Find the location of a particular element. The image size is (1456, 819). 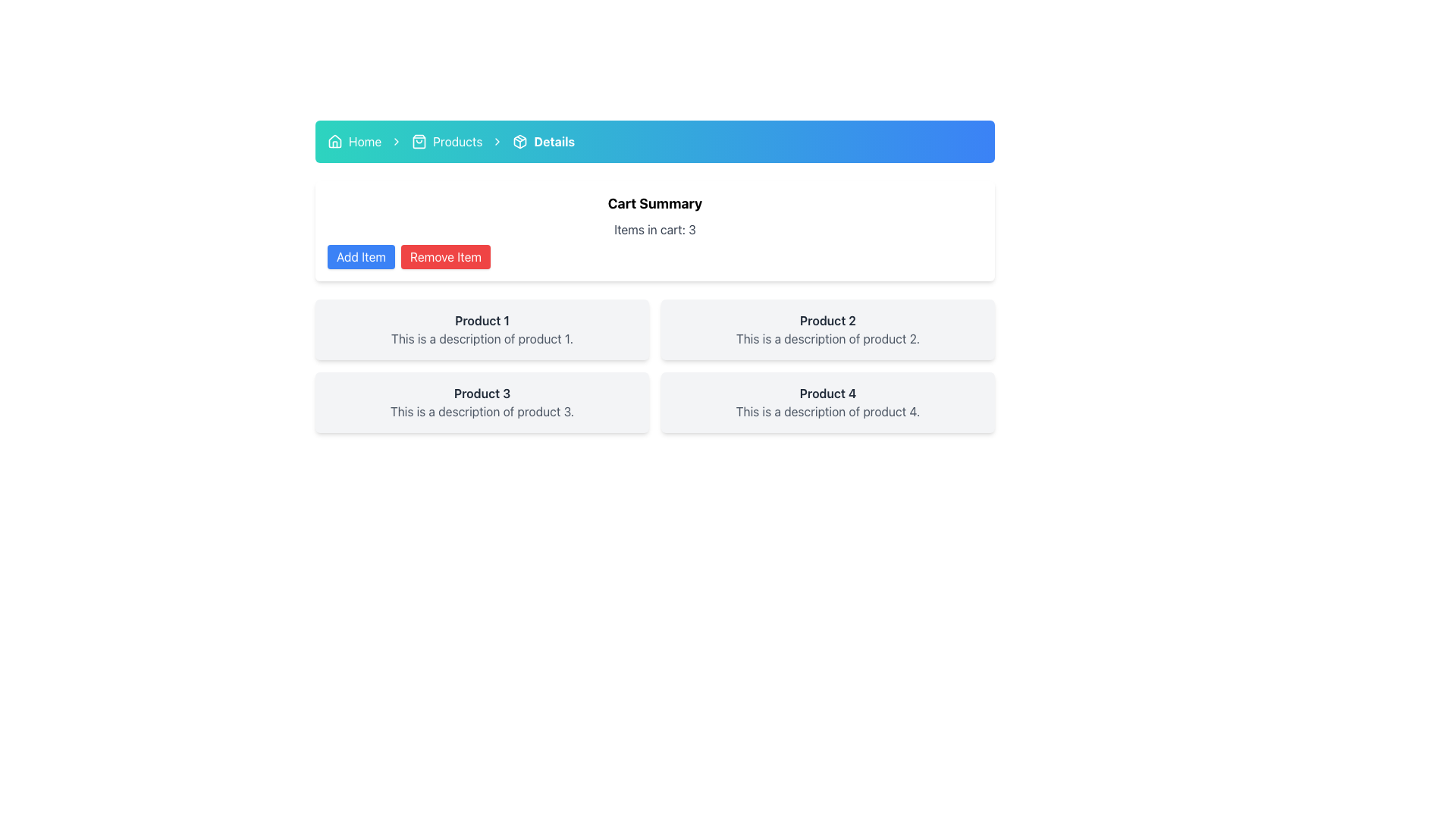

the stylized package icon in the breadcrumb navigation bar is located at coordinates (520, 141).